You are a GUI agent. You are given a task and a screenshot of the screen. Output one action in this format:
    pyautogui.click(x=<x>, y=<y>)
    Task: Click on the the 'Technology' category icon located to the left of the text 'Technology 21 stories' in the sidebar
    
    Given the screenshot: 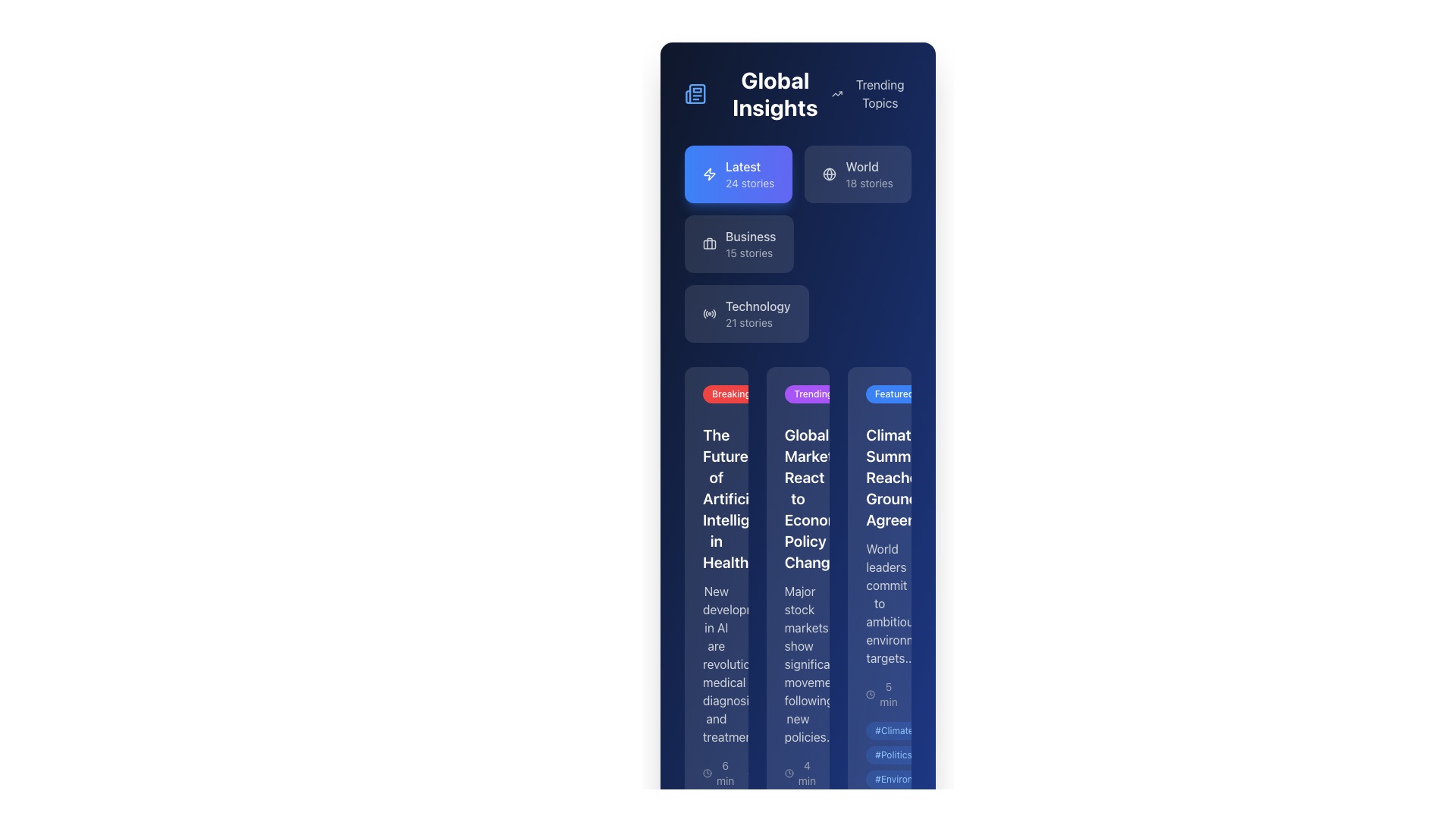 What is the action you would take?
    pyautogui.click(x=709, y=312)
    